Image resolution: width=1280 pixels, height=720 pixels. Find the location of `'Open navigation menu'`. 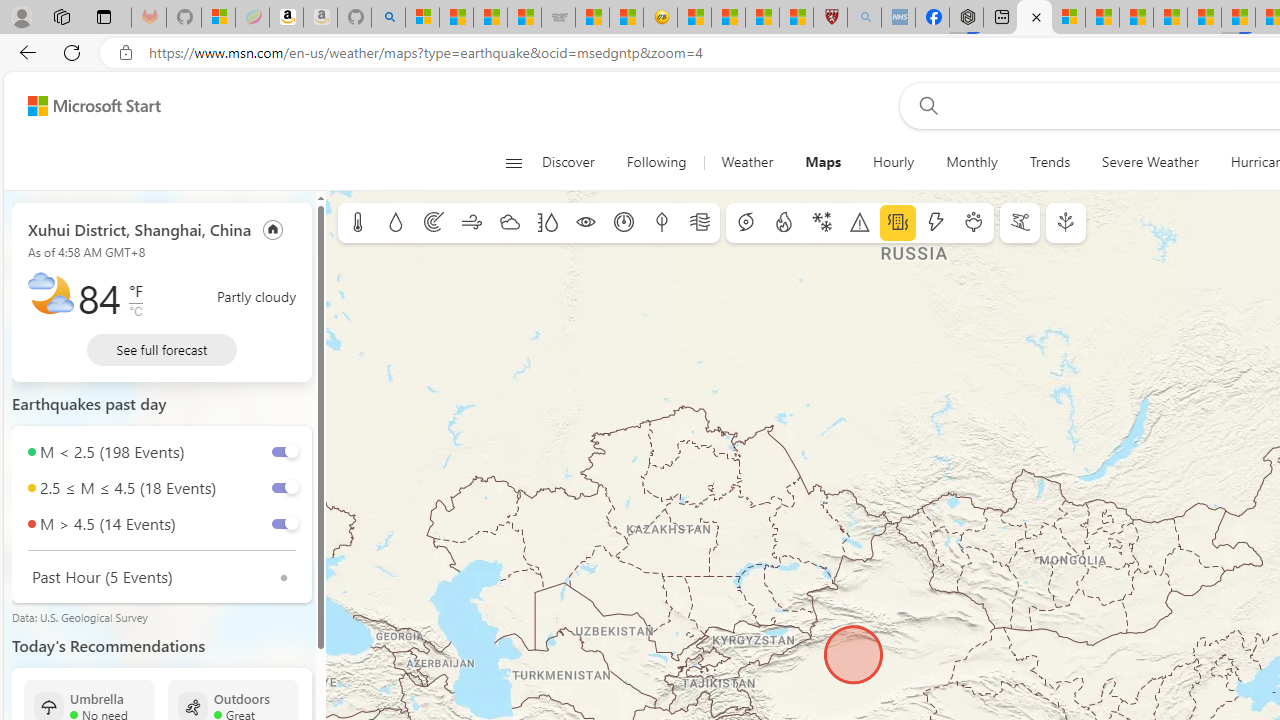

'Open navigation menu' is located at coordinates (513, 162).